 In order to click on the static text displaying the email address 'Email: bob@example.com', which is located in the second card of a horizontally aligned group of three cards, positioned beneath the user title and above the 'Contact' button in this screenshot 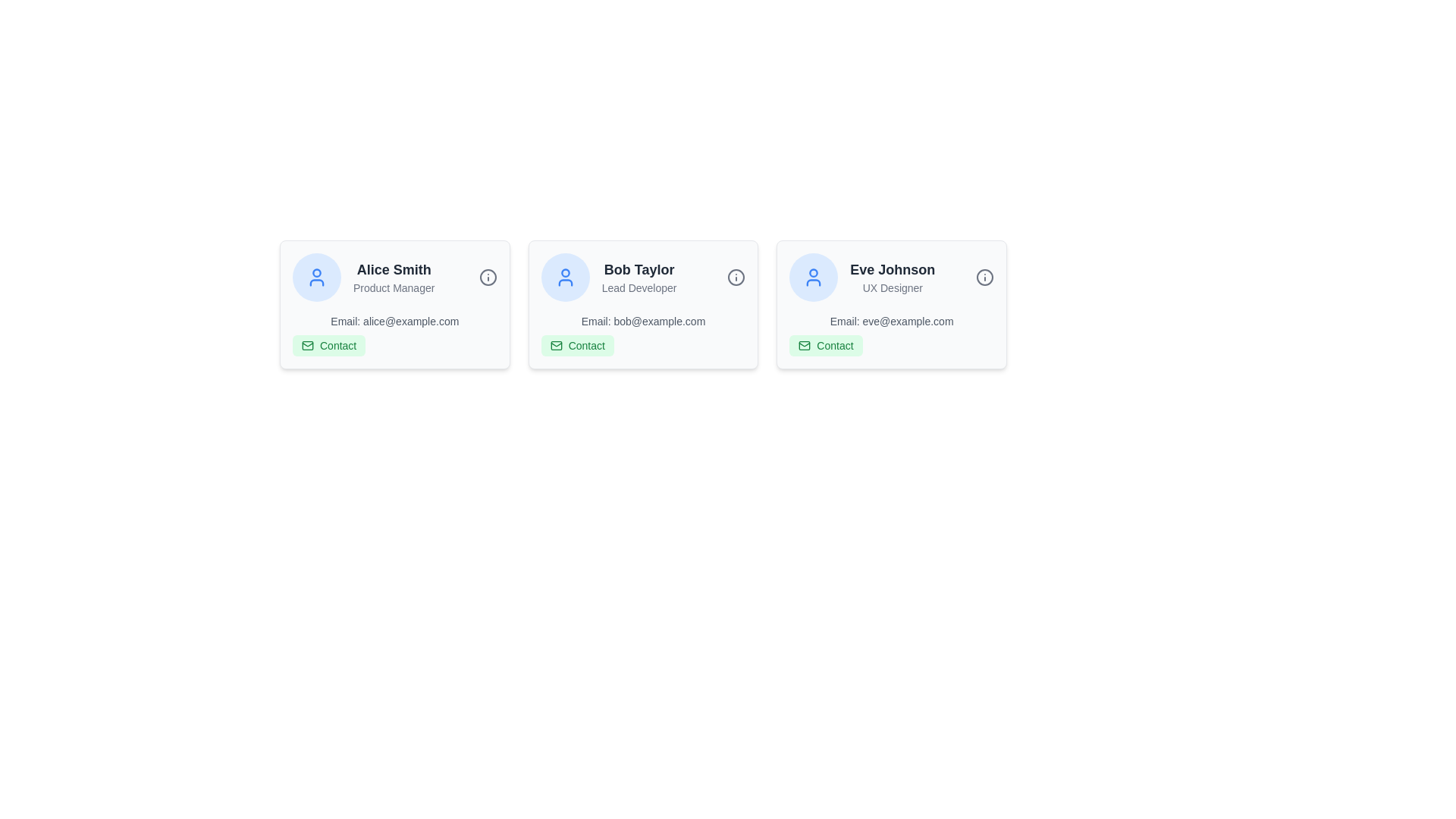, I will do `click(643, 321)`.